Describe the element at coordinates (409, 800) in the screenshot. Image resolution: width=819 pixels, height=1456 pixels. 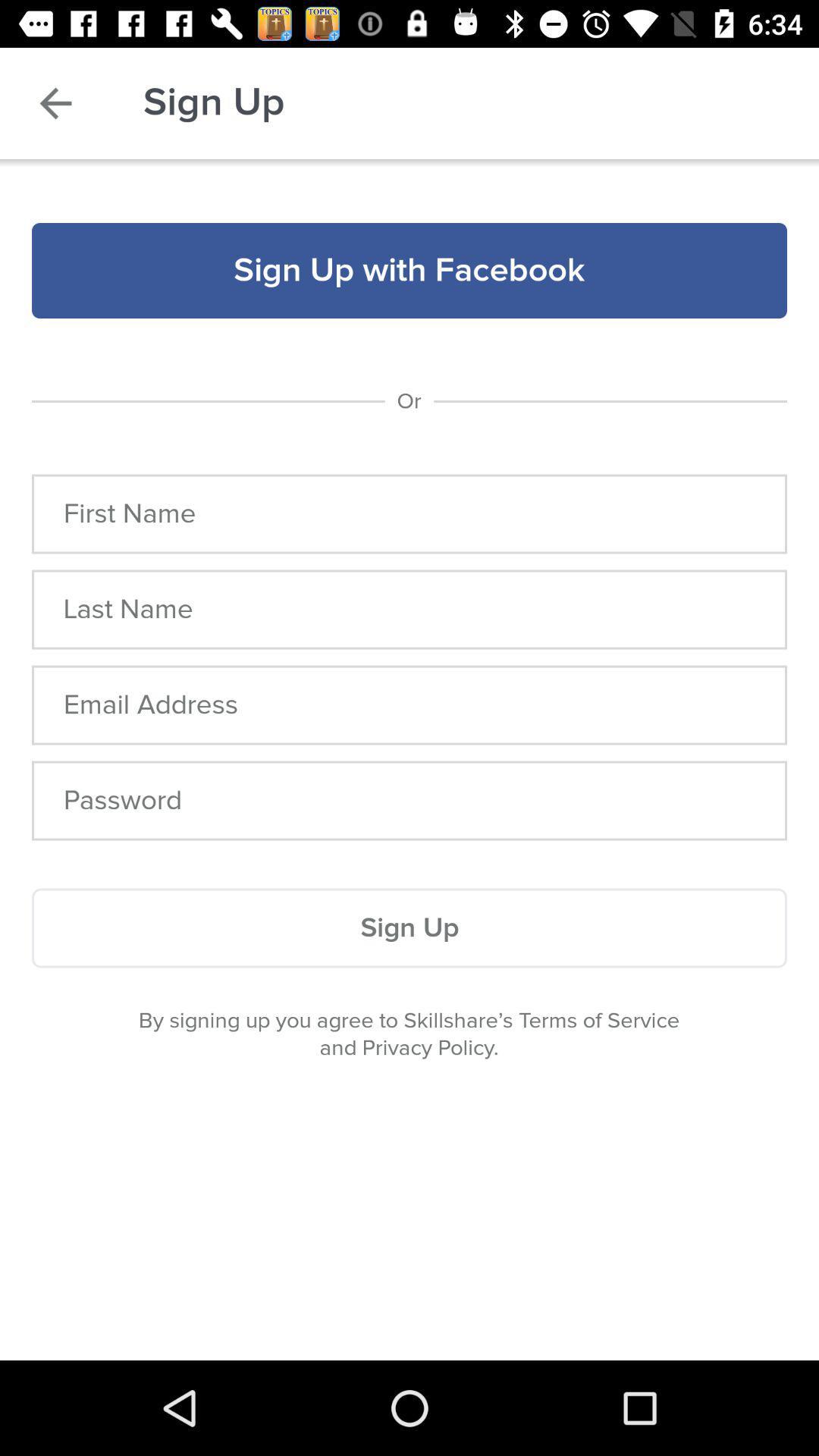
I see `password` at that location.